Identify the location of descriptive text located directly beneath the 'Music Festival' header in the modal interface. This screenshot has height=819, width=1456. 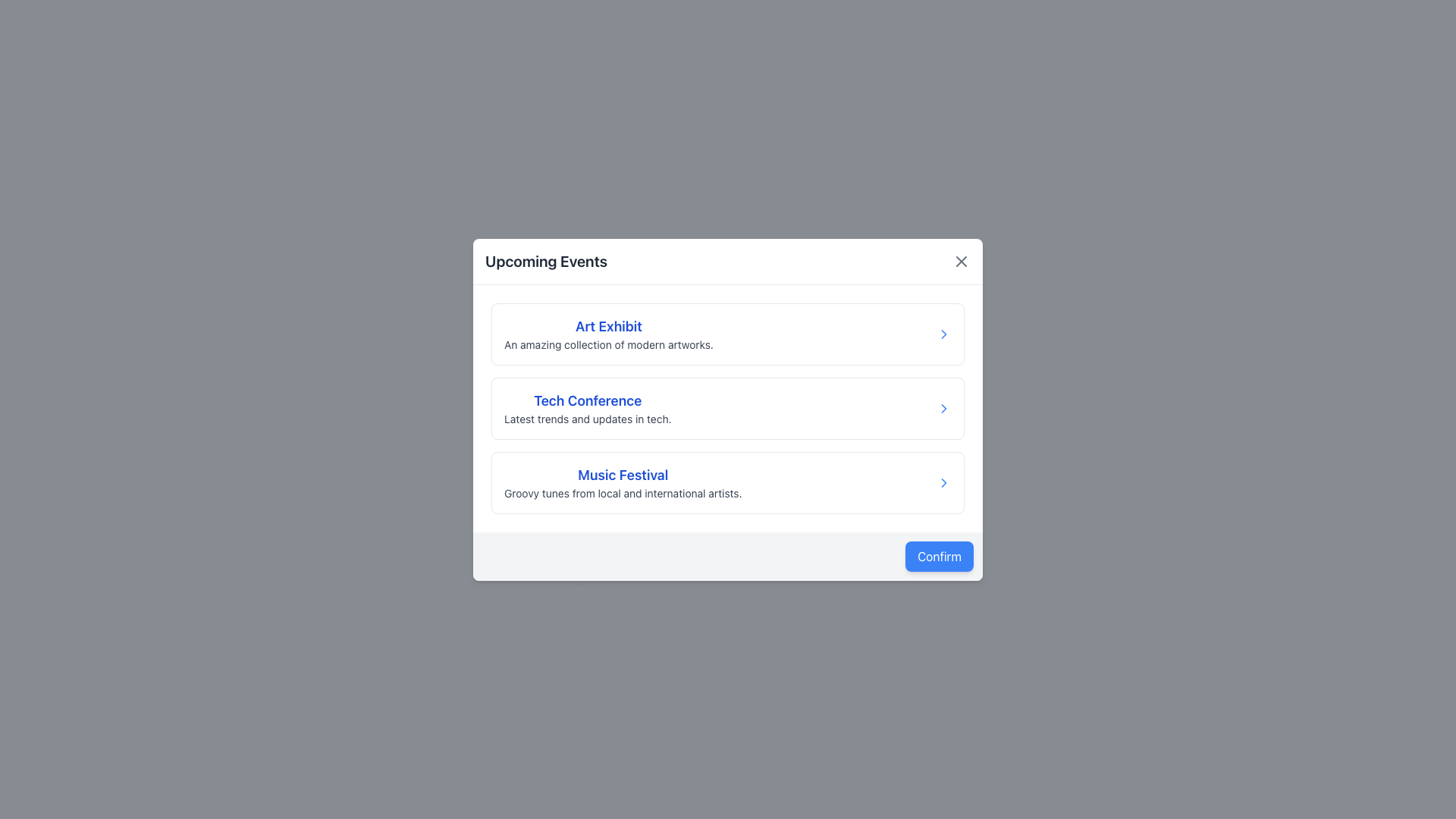
(623, 493).